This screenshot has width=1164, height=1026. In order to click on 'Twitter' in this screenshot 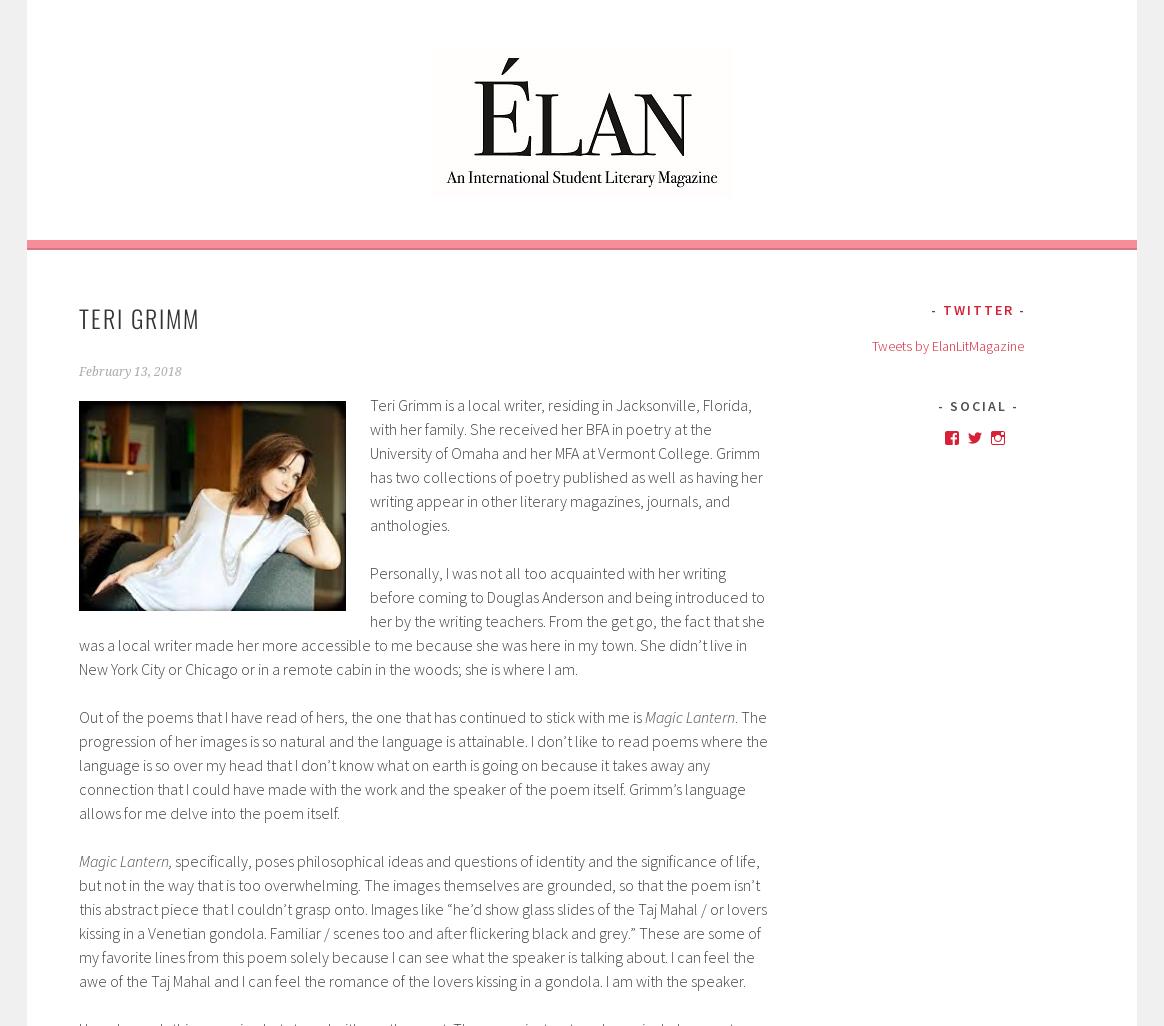, I will do `click(978, 309)`.